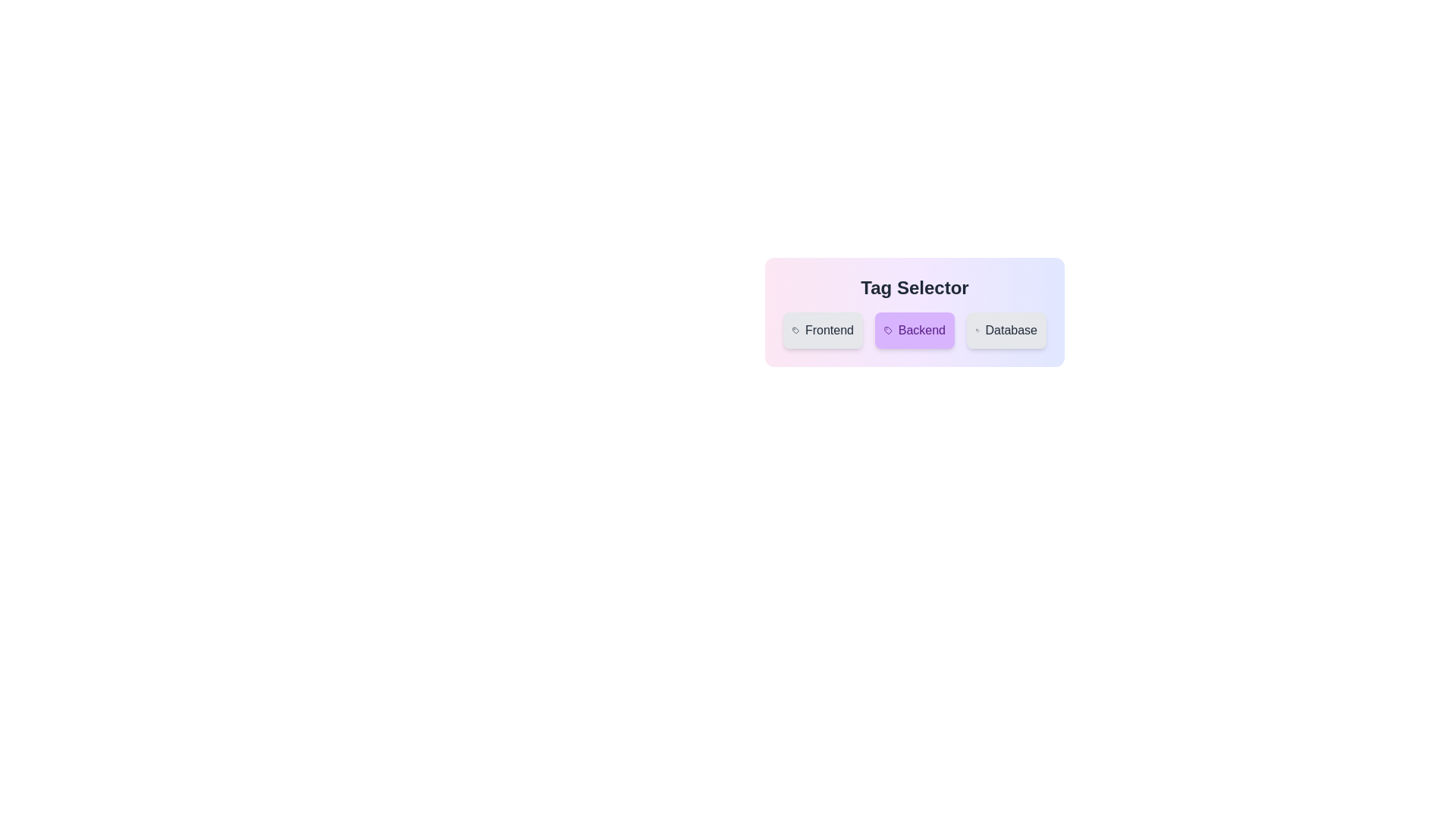 The width and height of the screenshot is (1456, 819). What do you see at coordinates (1006, 329) in the screenshot?
I see `the tag Database` at bounding box center [1006, 329].